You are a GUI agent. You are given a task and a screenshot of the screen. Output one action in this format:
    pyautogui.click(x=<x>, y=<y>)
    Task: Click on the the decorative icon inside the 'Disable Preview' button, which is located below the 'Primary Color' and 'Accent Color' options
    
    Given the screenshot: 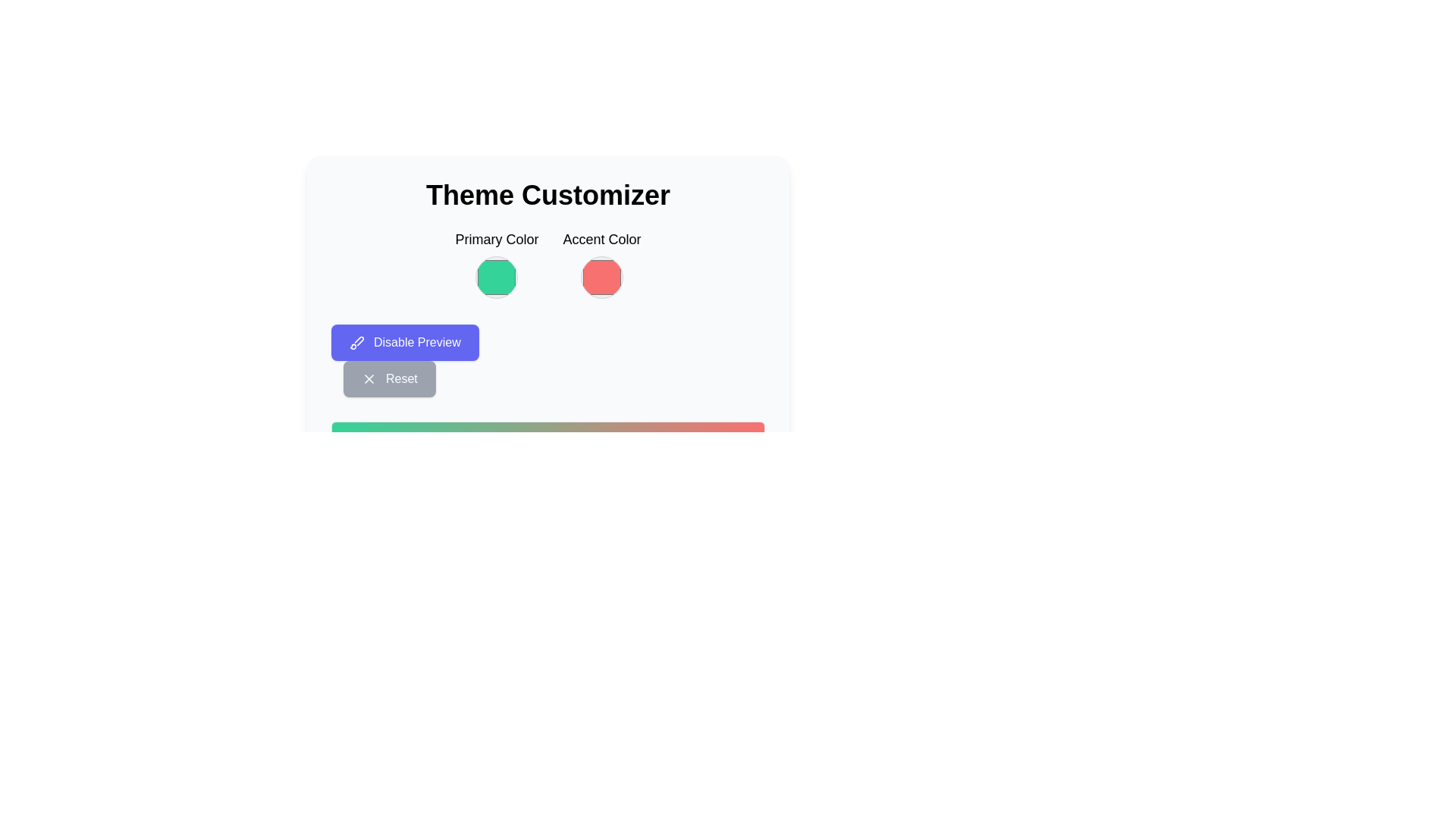 What is the action you would take?
    pyautogui.click(x=356, y=342)
    